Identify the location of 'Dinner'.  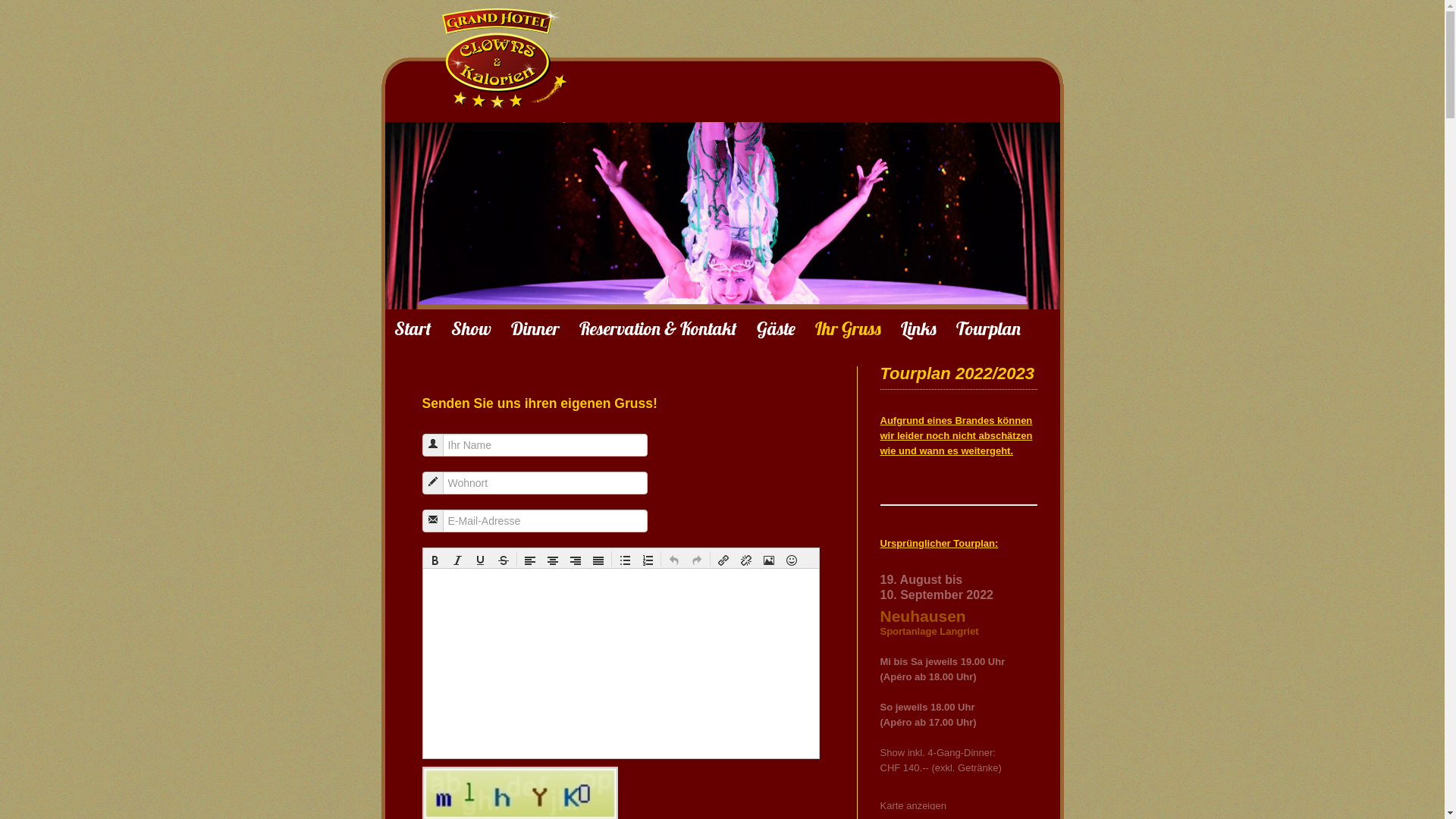
(535, 327).